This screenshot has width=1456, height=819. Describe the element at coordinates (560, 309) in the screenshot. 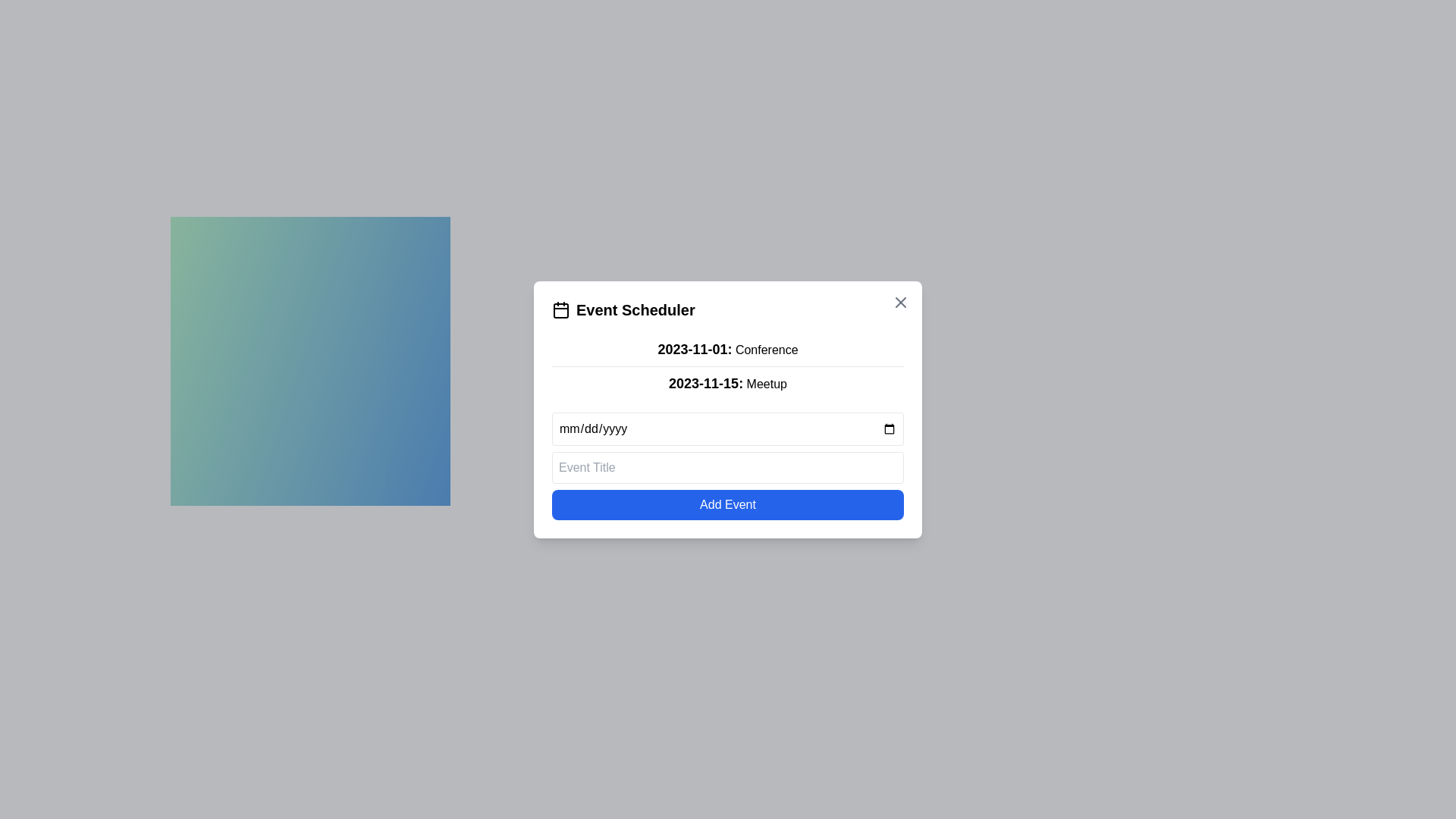

I see `the calendar icon located in the header of the 'Event Scheduler' interface to understand its meaning` at that location.